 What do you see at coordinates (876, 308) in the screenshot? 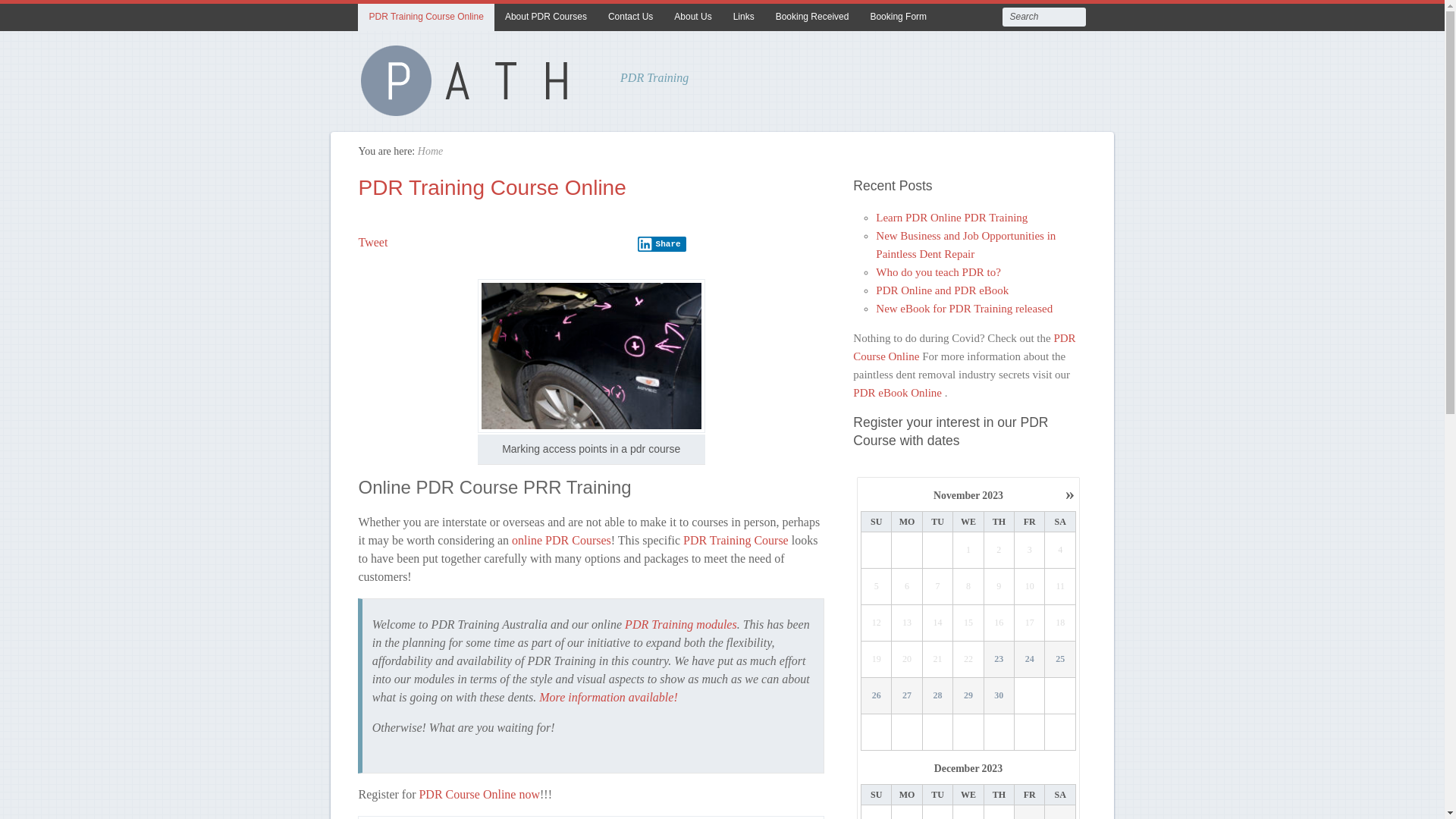
I see `'New eBook for PDR Training released'` at bounding box center [876, 308].